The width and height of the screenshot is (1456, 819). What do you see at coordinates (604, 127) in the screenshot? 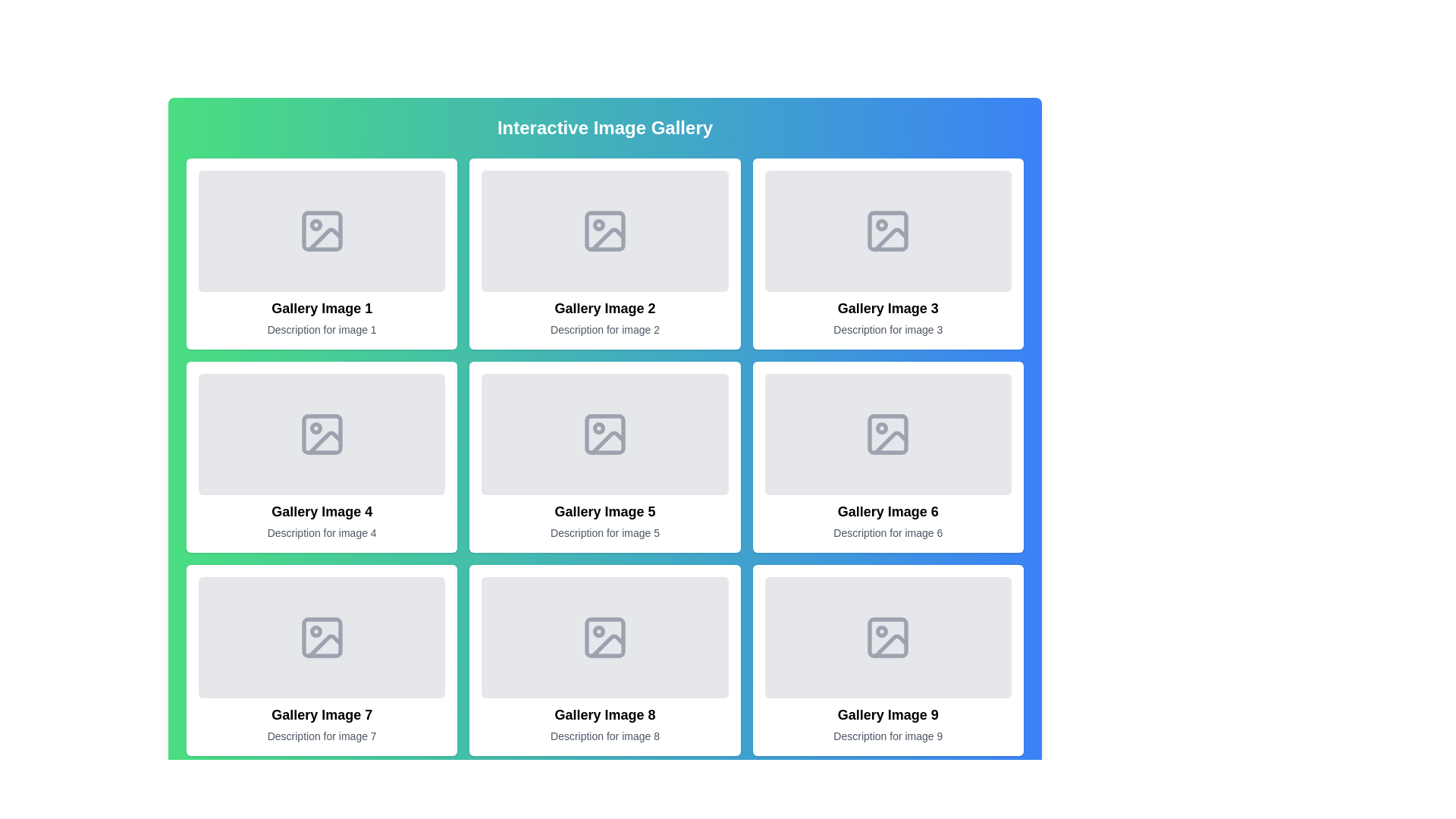
I see `the static text labeled 'Interactive Image Gallery', which is styled with large bold font and is prominently displayed at the top of the page above the image grid` at bounding box center [604, 127].